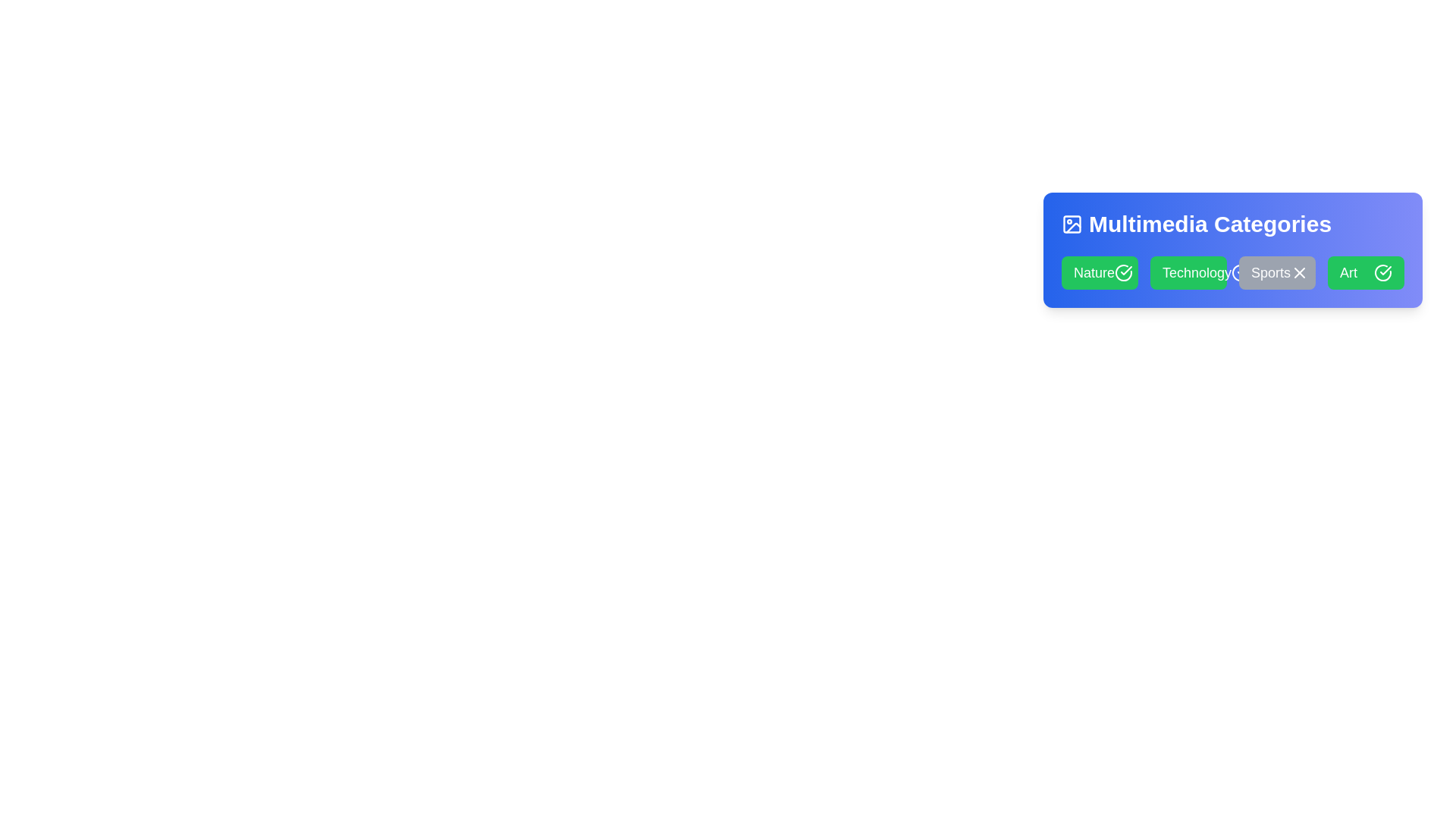  What do you see at coordinates (1348, 271) in the screenshot?
I see `text from the label displaying 'Art' which is styled with a green background and is part of a clickable button-like UI element` at bounding box center [1348, 271].